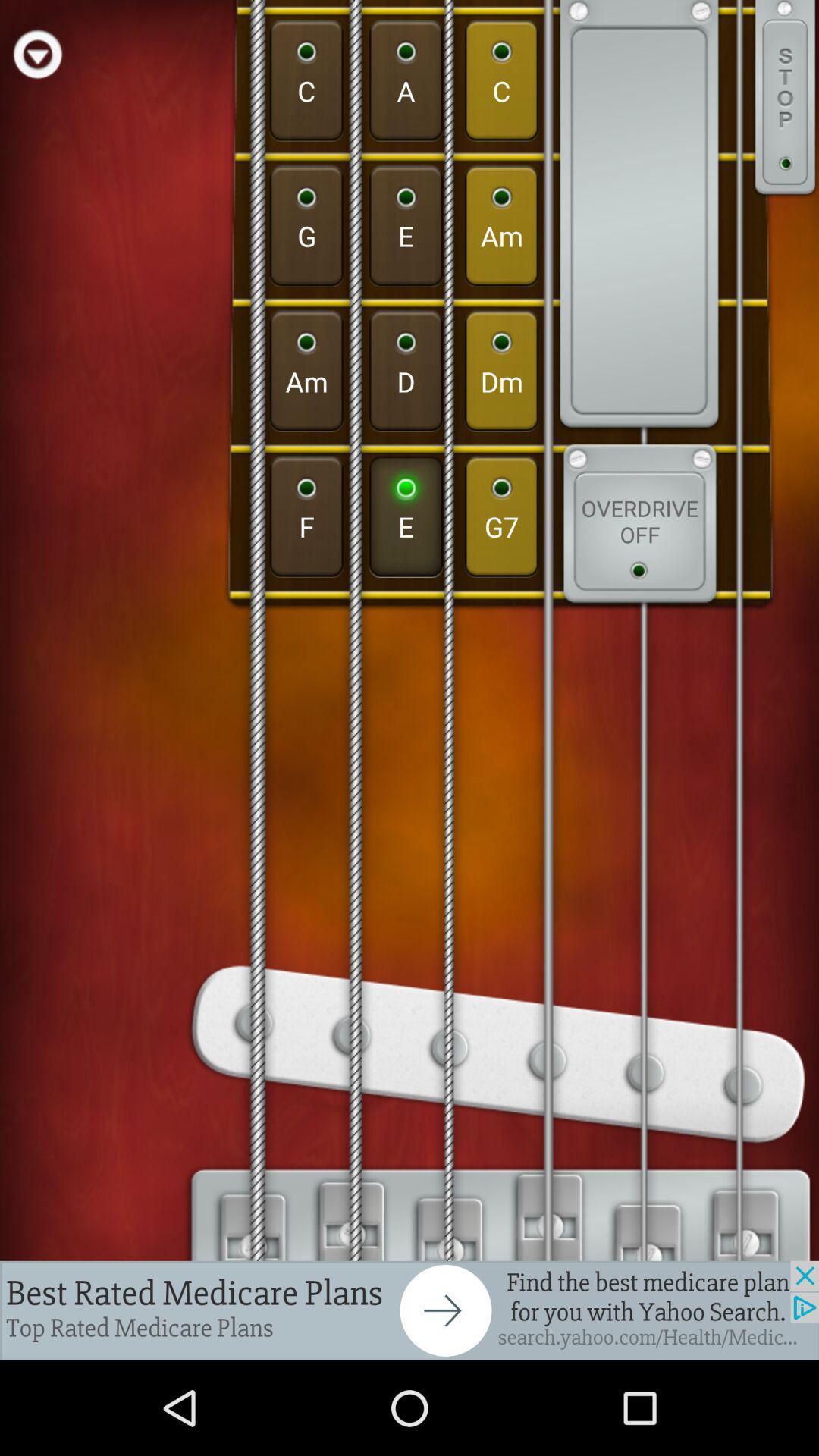 Image resolution: width=819 pixels, height=1456 pixels. Describe the element at coordinates (36, 57) in the screenshot. I see `the expand_more icon` at that location.